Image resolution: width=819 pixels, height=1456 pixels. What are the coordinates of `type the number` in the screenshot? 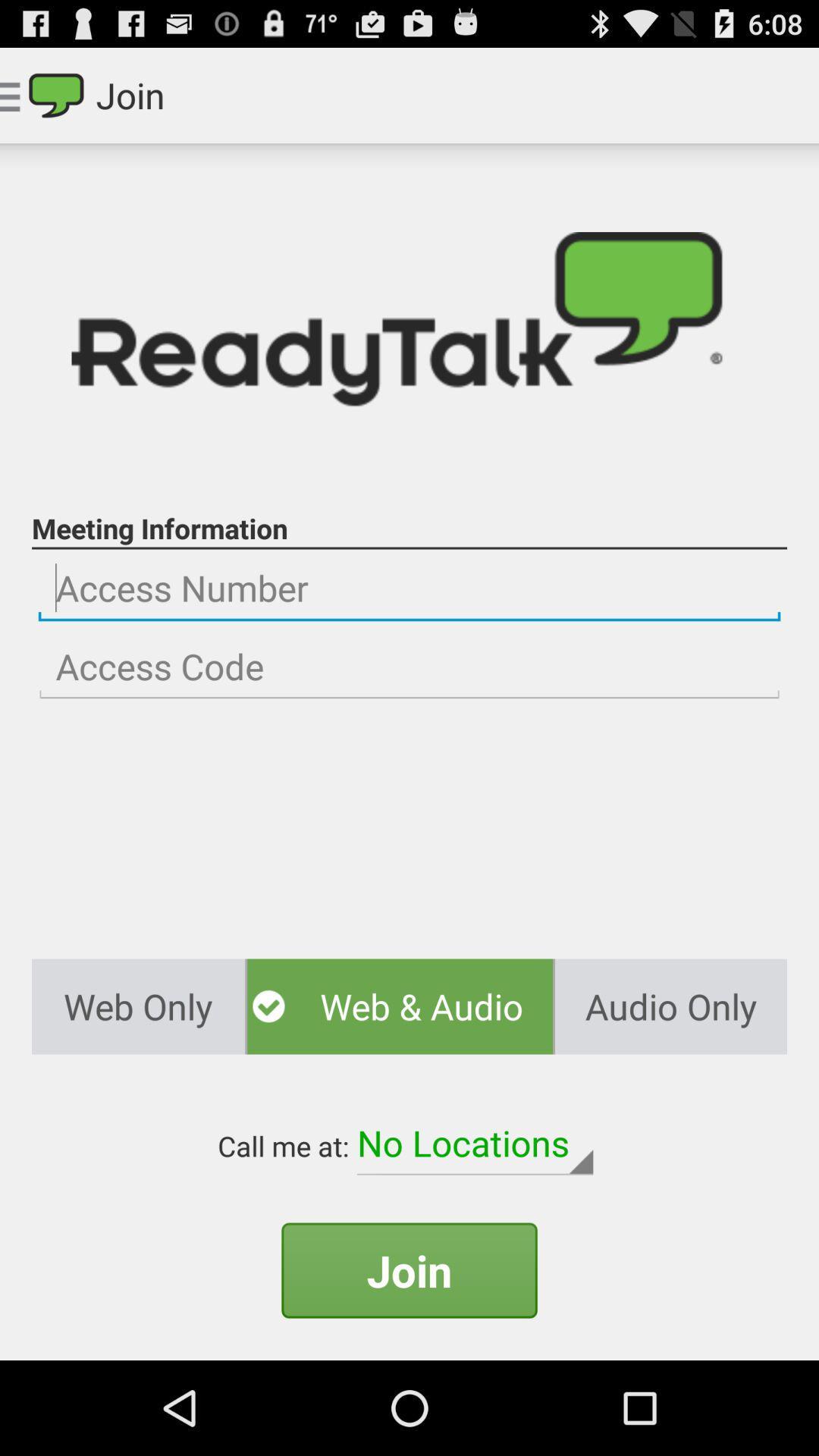 It's located at (409, 667).